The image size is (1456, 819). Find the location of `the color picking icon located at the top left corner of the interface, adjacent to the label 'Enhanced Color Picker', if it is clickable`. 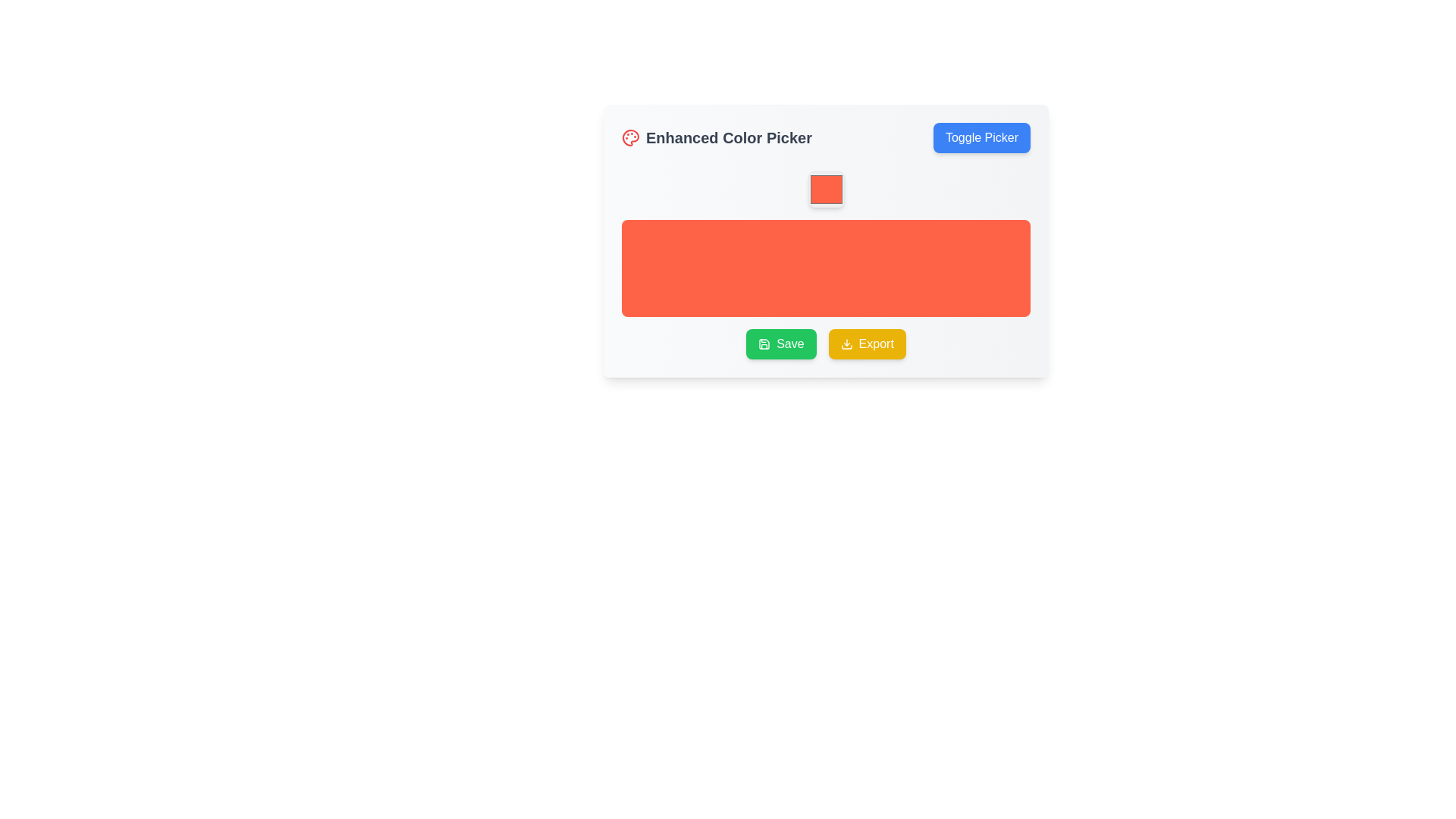

the color picking icon located at the top left corner of the interface, adjacent to the label 'Enhanced Color Picker', if it is clickable is located at coordinates (630, 137).